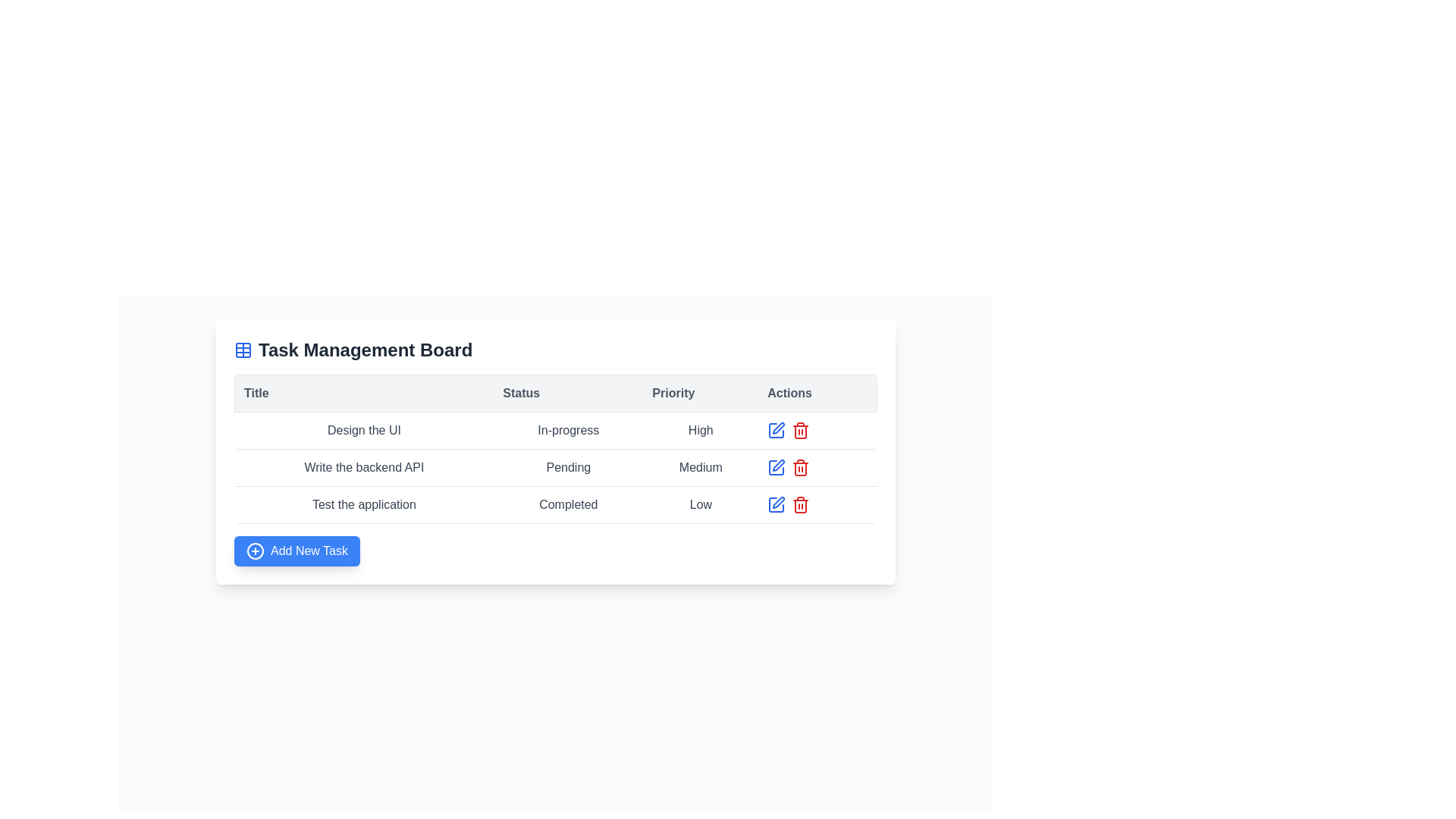 Image resolution: width=1456 pixels, height=819 pixels. Describe the element at coordinates (779, 428) in the screenshot. I see `the edit button, which is a pencil icon inside a rounded square located in the 'Actions' column of the task labeled 'Write the backend API'` at that location.